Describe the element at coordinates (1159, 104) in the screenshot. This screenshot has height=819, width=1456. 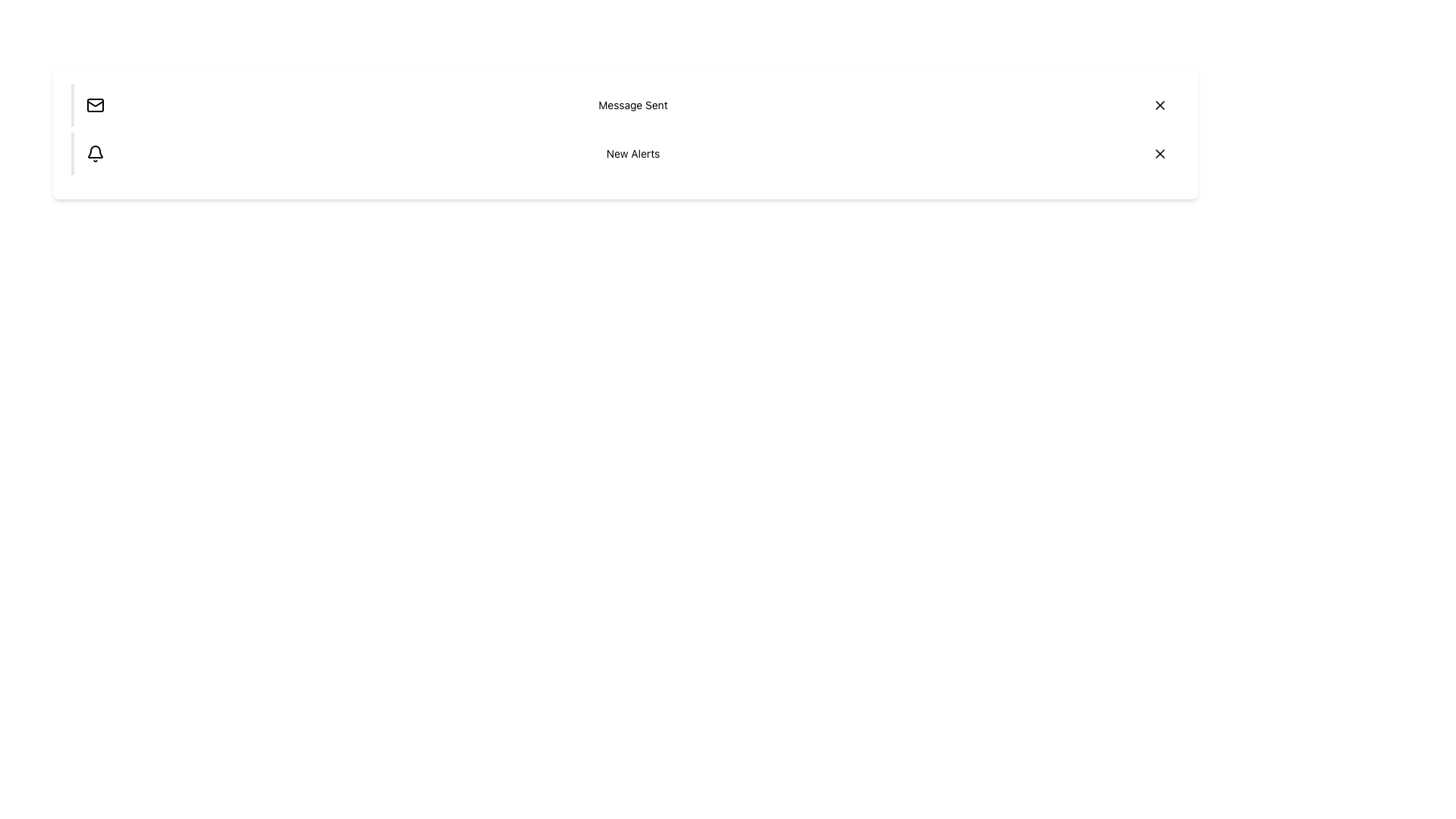
I see `the slanted cross icon located at the top-right corner of the interface` at that location.